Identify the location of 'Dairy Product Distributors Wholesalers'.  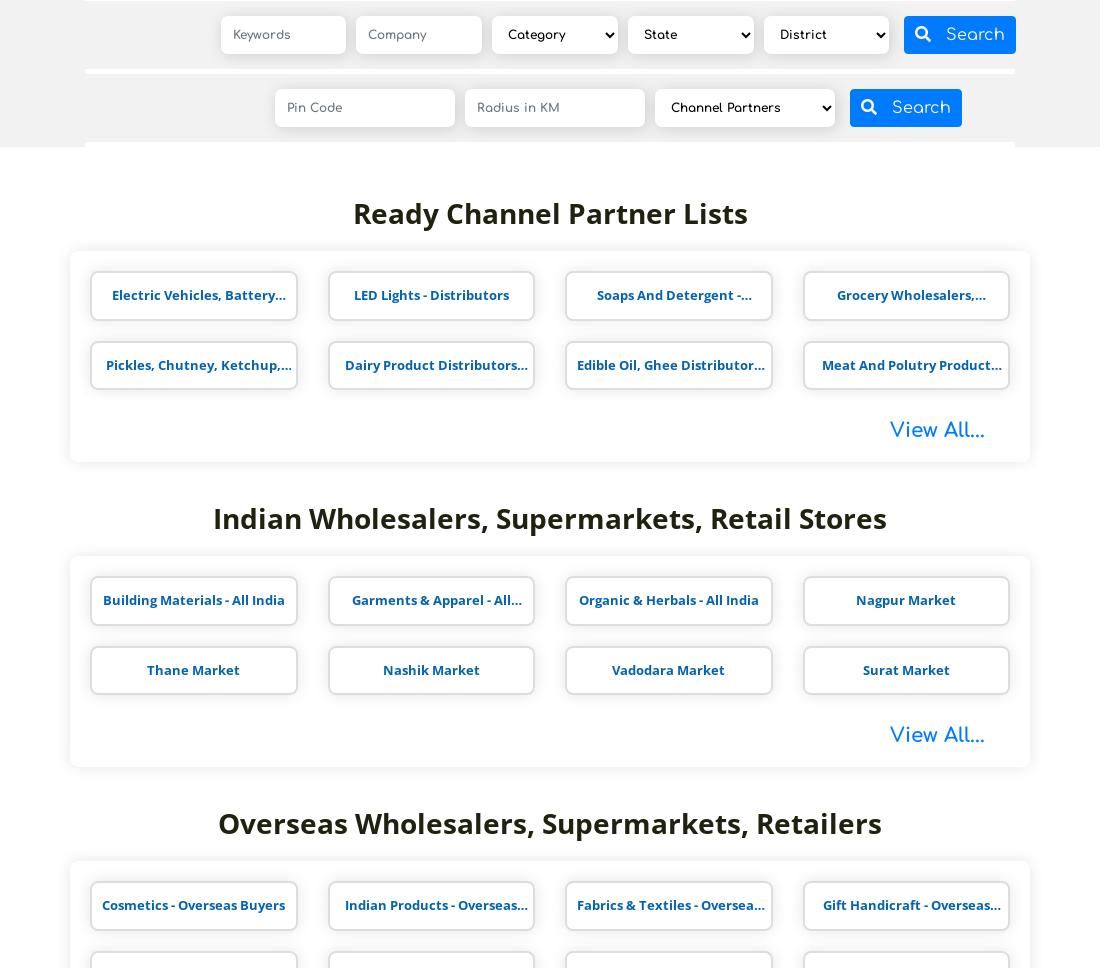
(429, 371).